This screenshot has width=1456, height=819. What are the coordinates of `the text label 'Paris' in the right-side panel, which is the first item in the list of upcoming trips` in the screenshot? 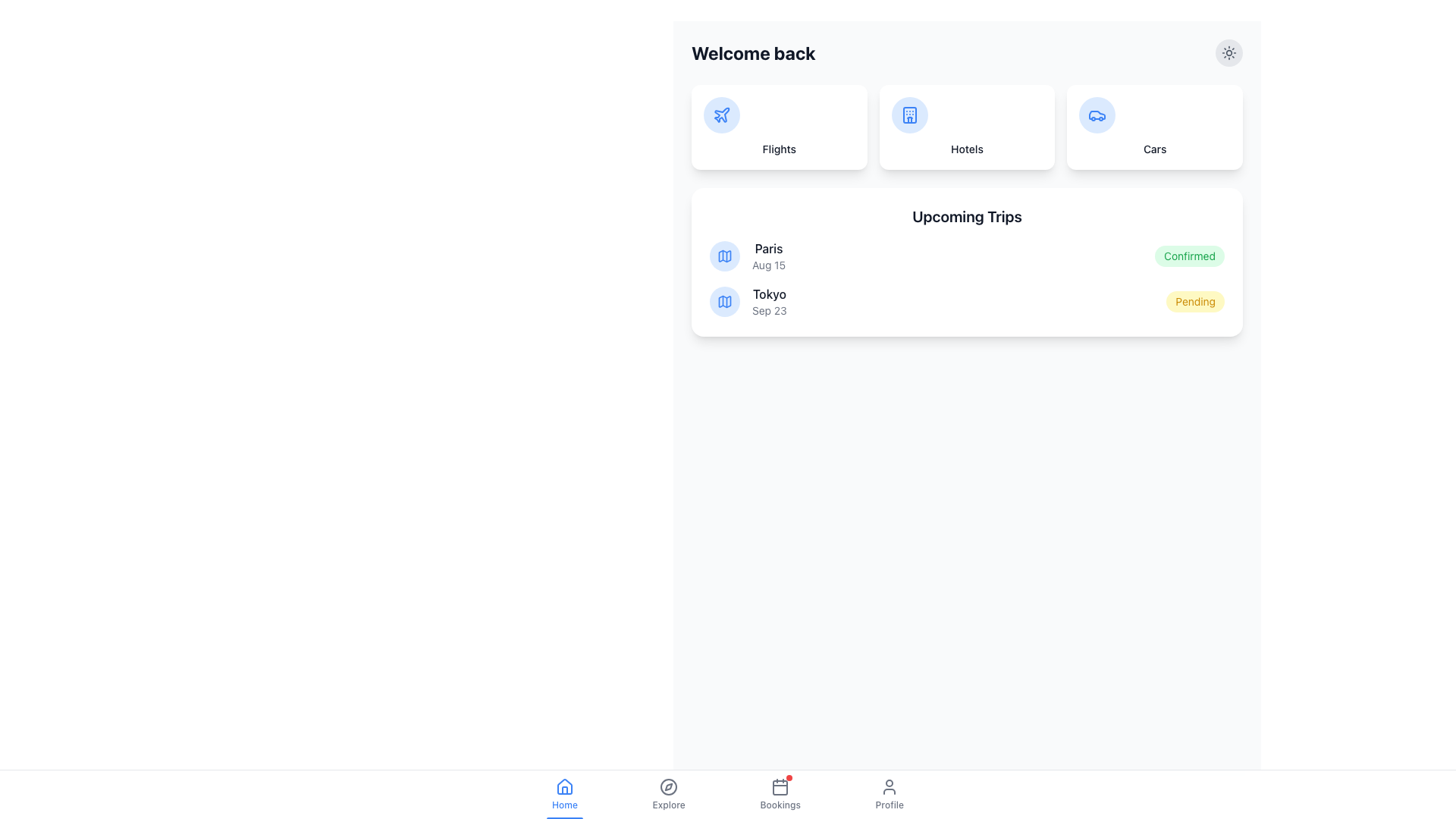 It's located at (768, 247).